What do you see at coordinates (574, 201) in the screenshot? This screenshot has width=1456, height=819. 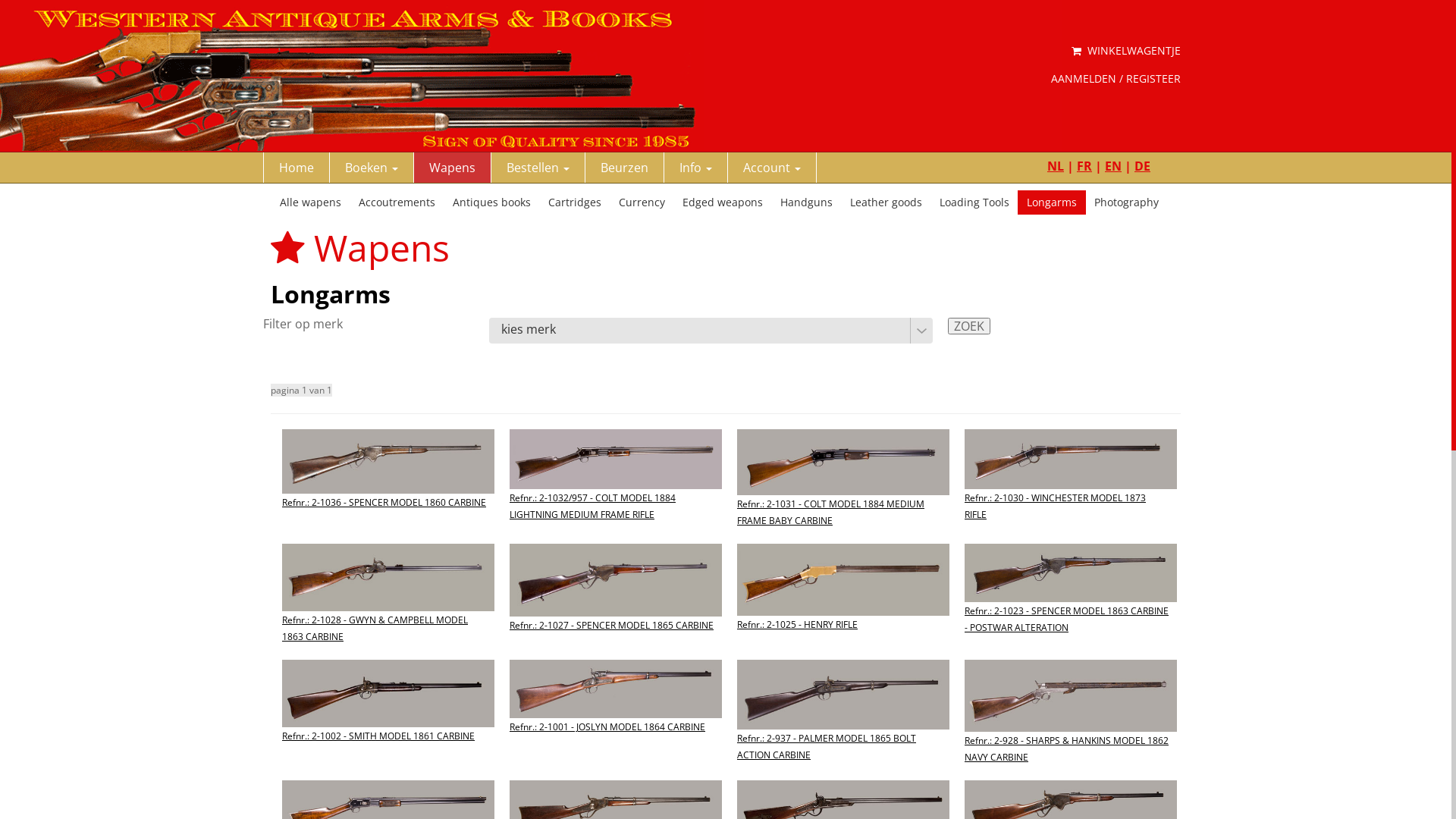 I see `'Cartridges'` at bounding box center [574, 201].